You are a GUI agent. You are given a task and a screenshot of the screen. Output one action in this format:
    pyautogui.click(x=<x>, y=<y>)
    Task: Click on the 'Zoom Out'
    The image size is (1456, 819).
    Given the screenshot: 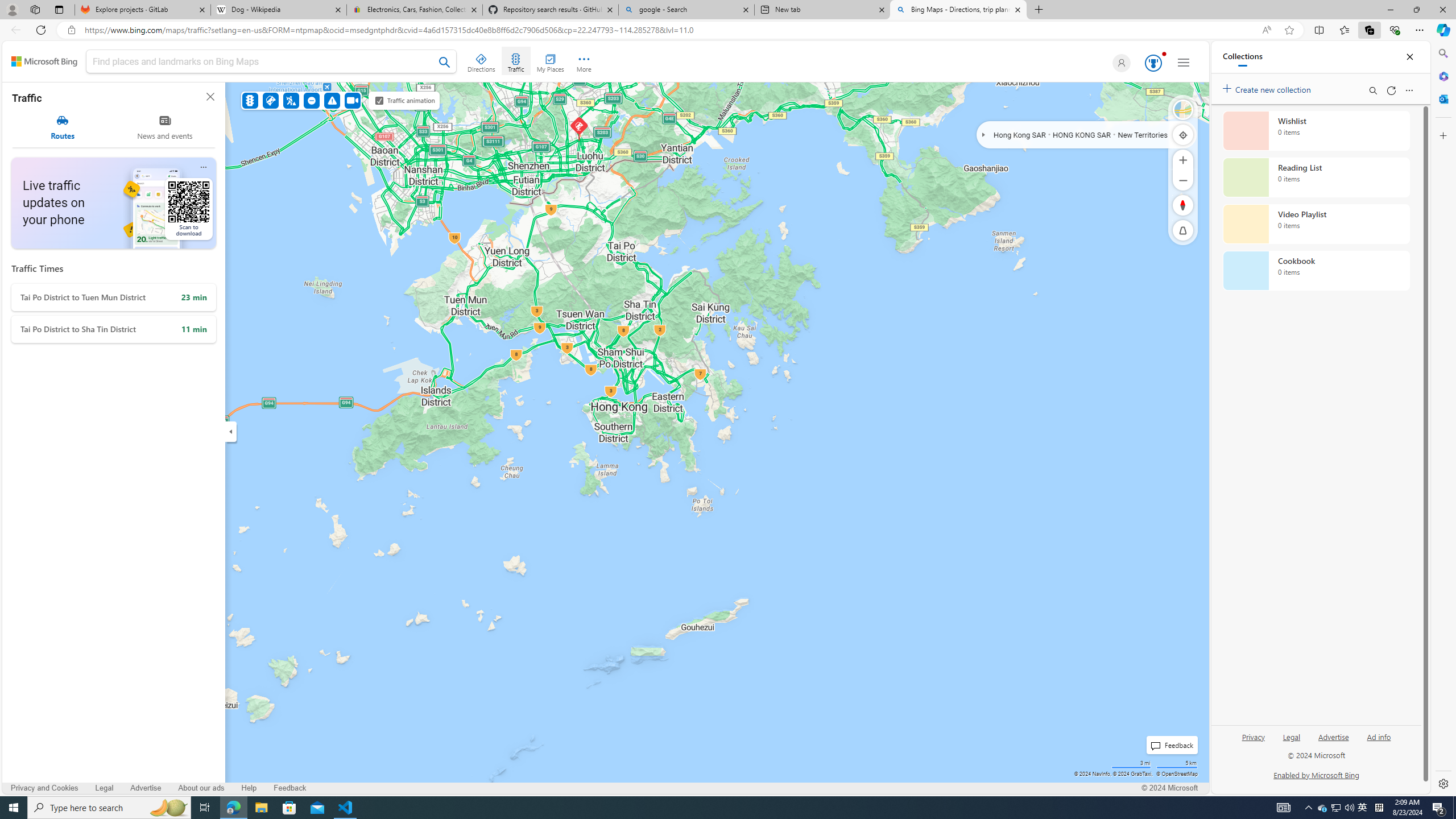 What is the action you would take?
    pyautogui.click(x=1182, y=180)
    